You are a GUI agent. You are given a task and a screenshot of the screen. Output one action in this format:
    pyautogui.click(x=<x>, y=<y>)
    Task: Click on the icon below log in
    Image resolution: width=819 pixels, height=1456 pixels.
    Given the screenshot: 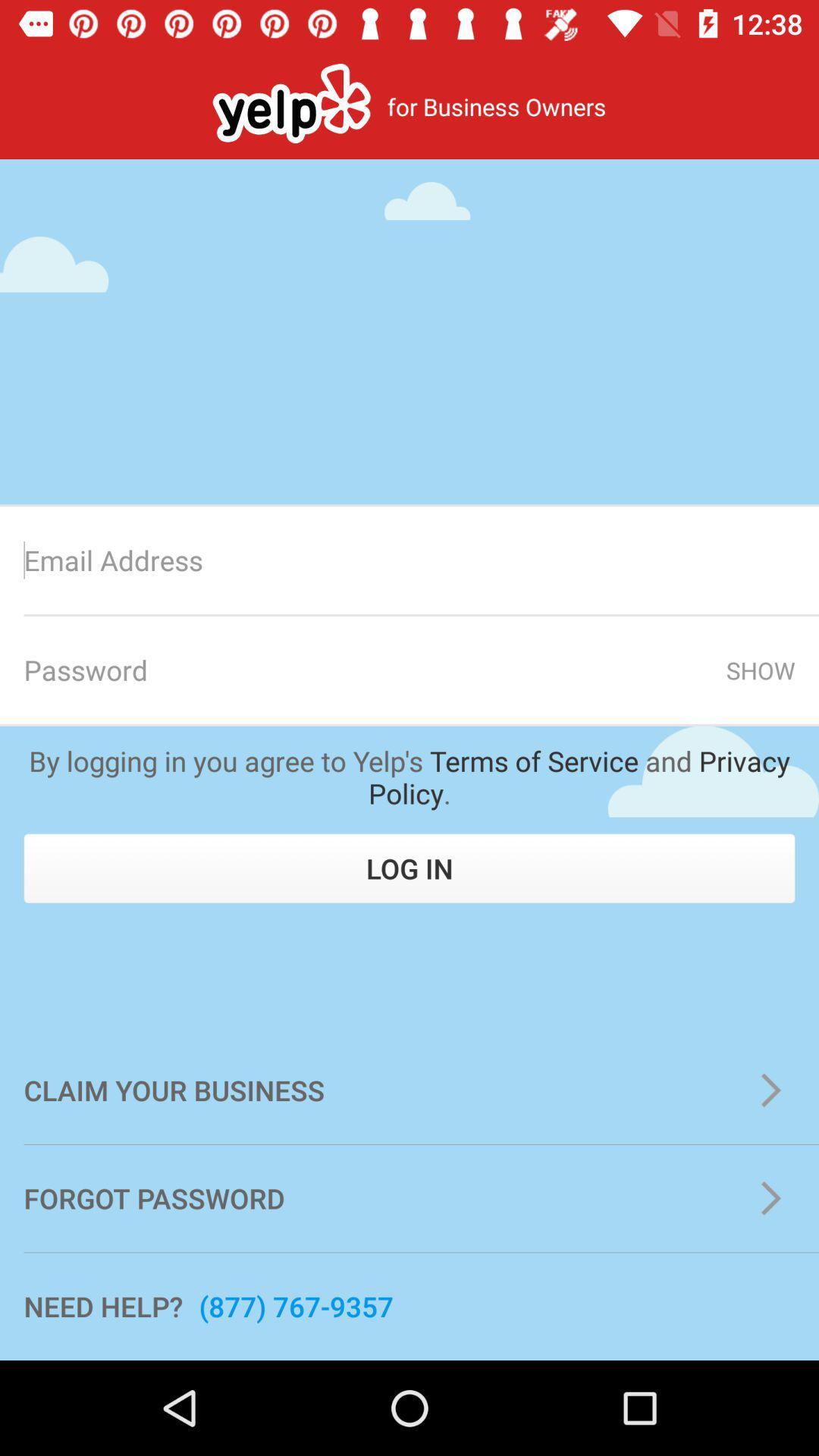 What is the action you would take?
    pyautogui.click(x=409, y=1090)
    